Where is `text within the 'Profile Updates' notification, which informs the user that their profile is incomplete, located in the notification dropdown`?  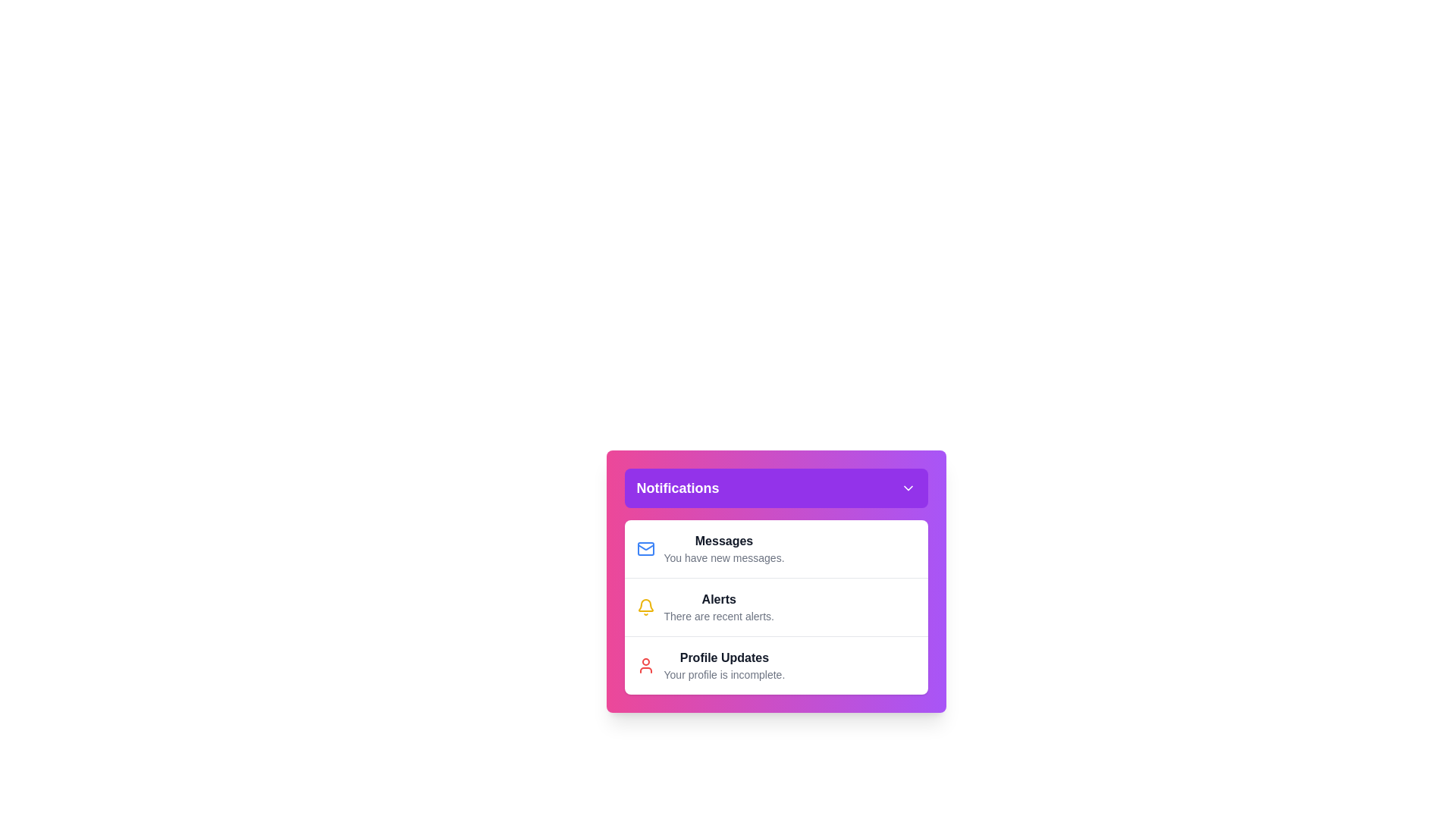
text within the 'Profile Updates' notification, which informs the user that their profile is incomplete, located in the notification dropdown is located at coordinates (723, 665).